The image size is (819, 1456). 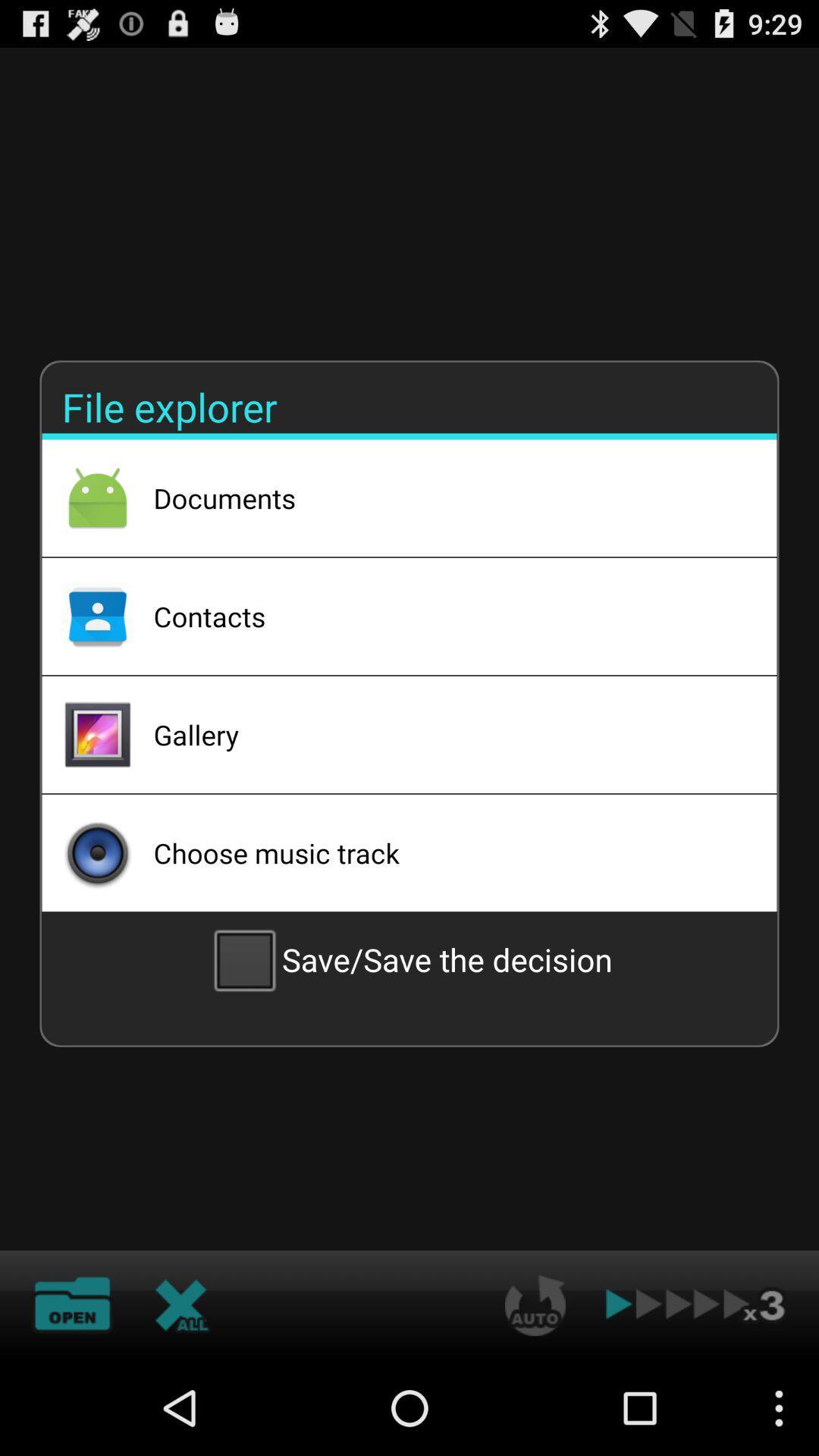 What do you see at coordinates (444, 616) in the screenshot?
I see `the contacts app` at bounding box center [444, 616].